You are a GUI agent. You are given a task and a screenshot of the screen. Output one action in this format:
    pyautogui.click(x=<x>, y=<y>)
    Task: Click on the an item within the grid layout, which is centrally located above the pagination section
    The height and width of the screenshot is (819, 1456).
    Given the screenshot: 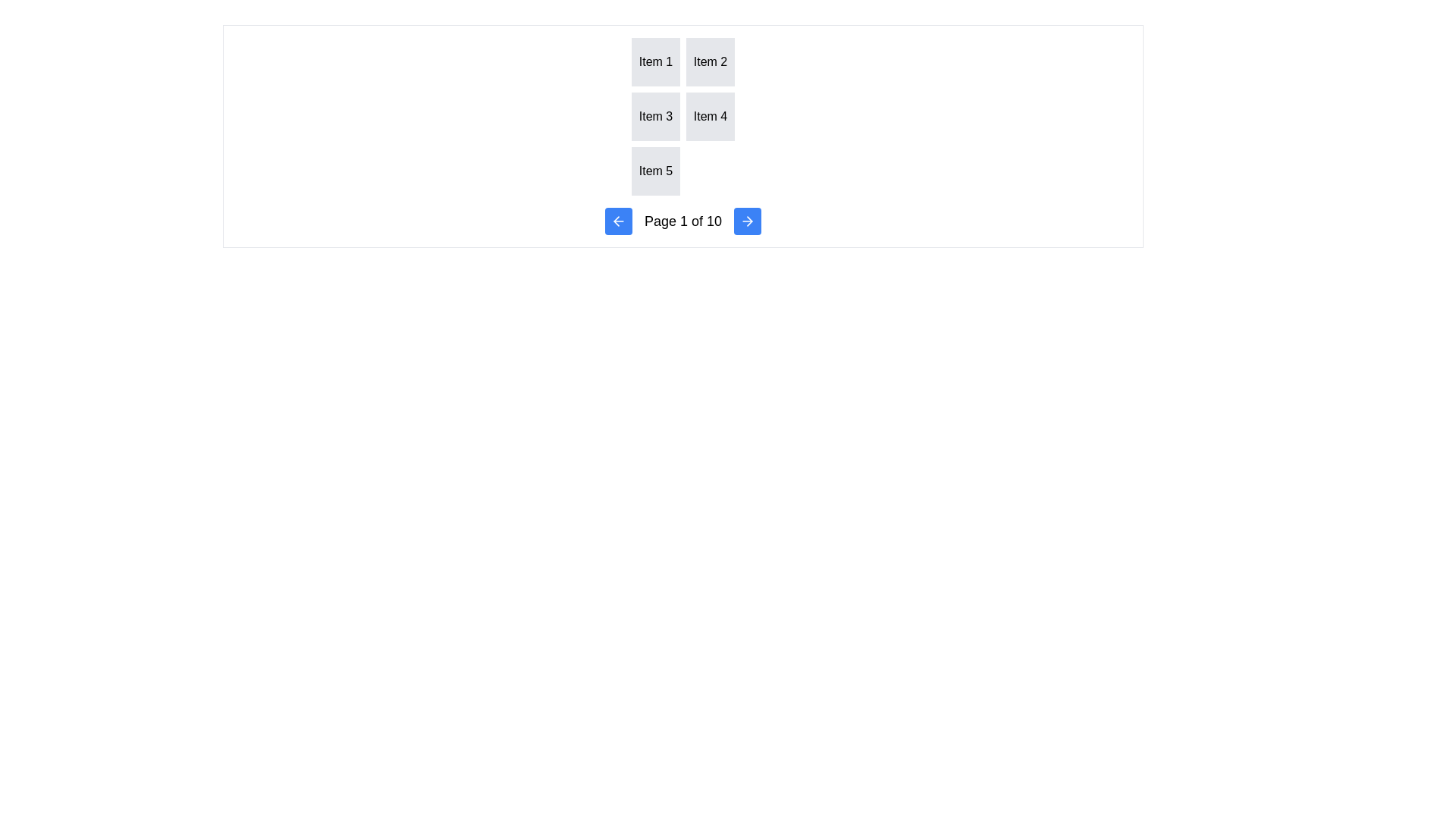 What is the action you would take?
    pyautogui.click(x=682, y=116)
    